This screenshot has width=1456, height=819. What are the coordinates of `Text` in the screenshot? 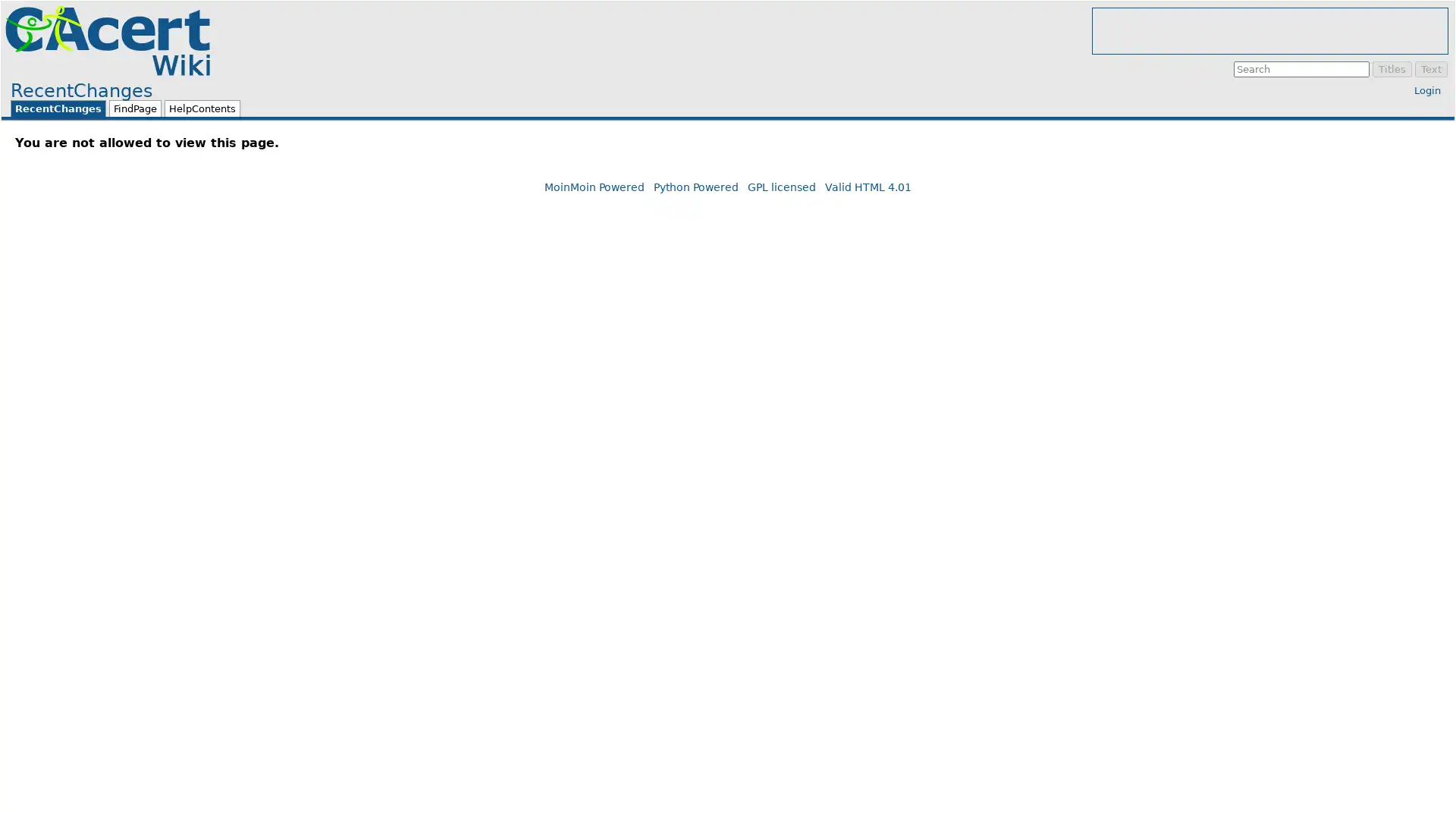 It's located at (1430, 69).